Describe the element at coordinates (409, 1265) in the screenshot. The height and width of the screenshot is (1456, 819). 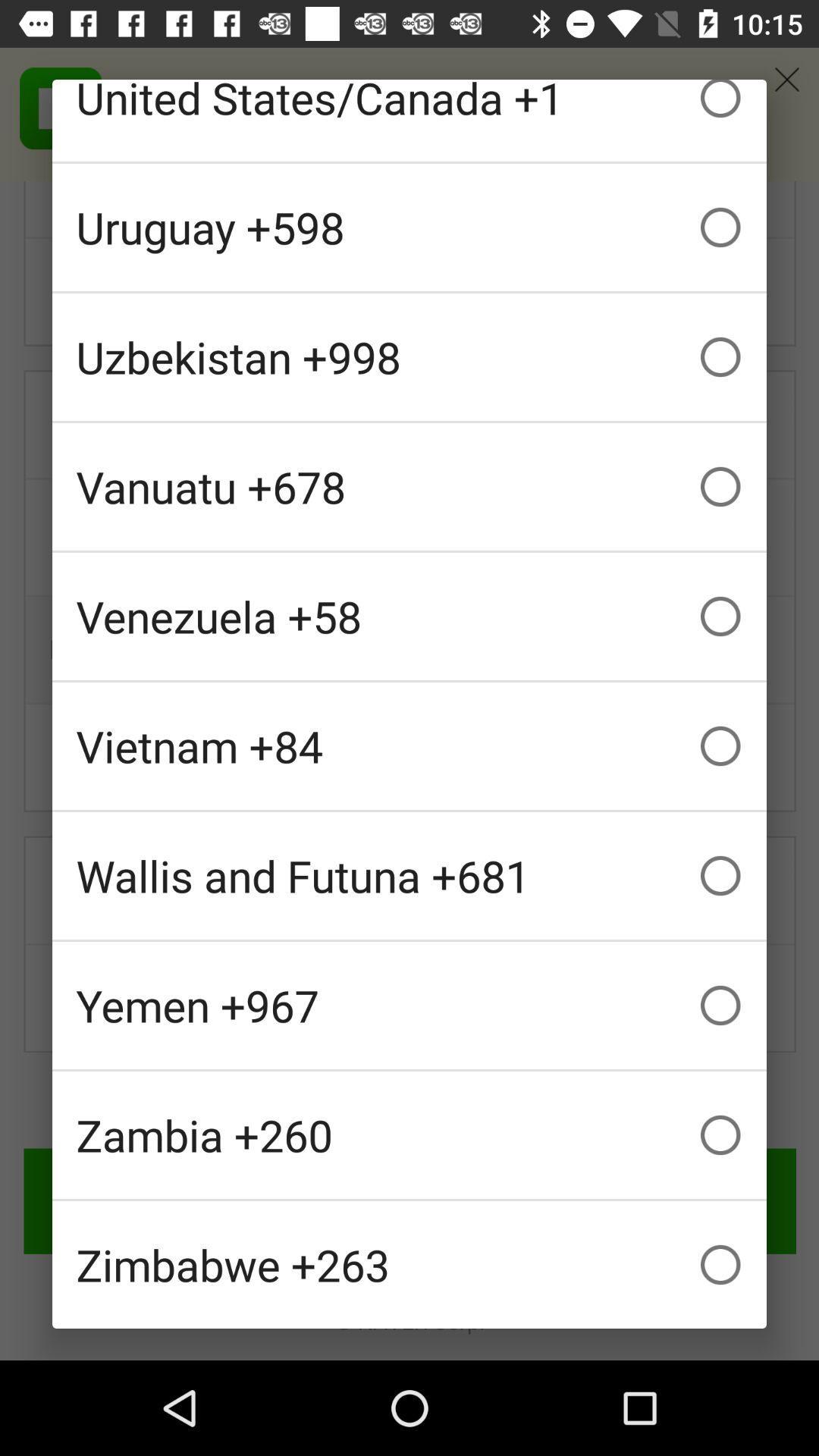
I see `item below the zambia +260 checkbox` at that location.